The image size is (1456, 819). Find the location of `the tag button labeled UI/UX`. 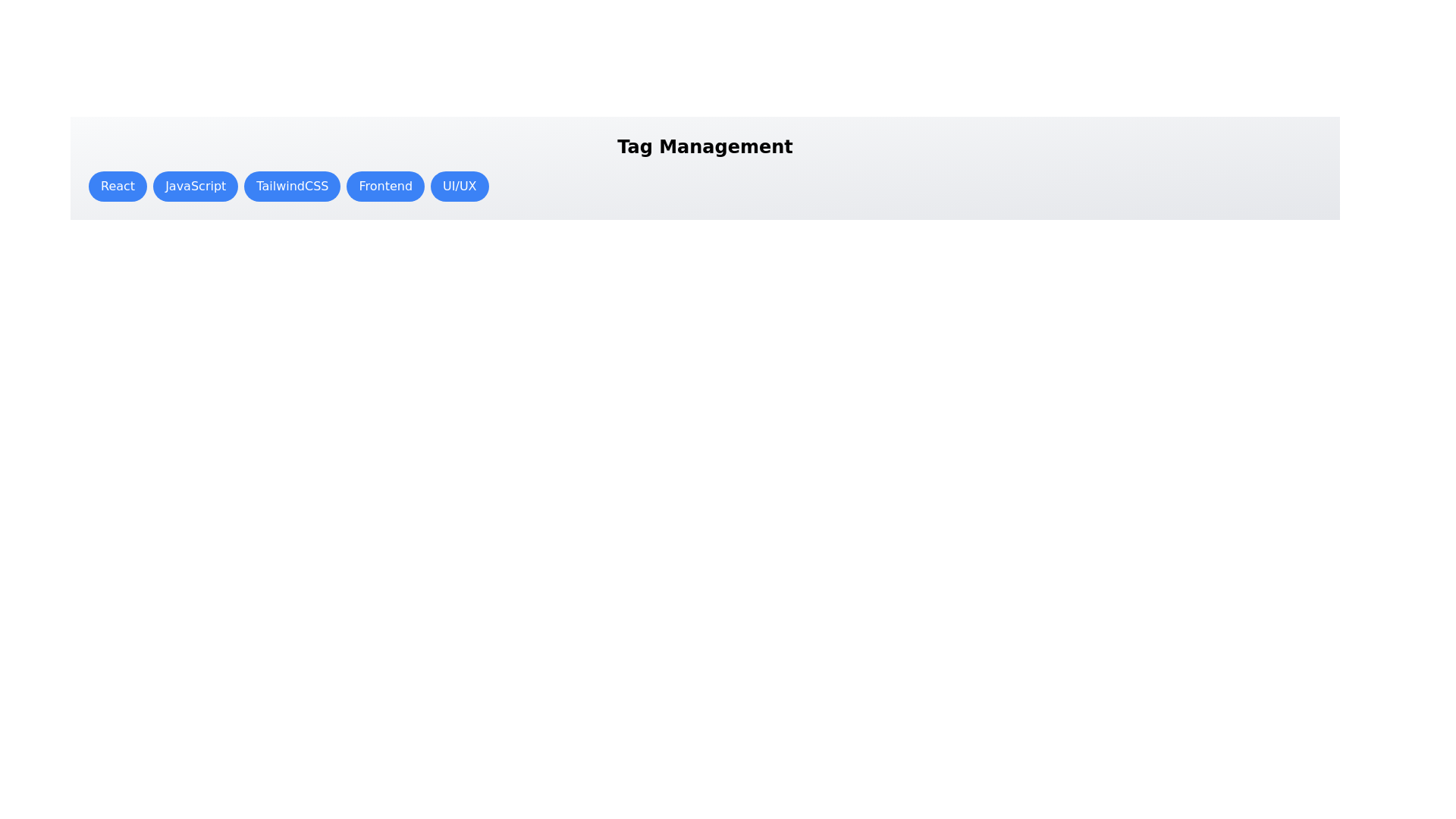

the tag button labeled UI/UX is located at coordinates (459, 186).